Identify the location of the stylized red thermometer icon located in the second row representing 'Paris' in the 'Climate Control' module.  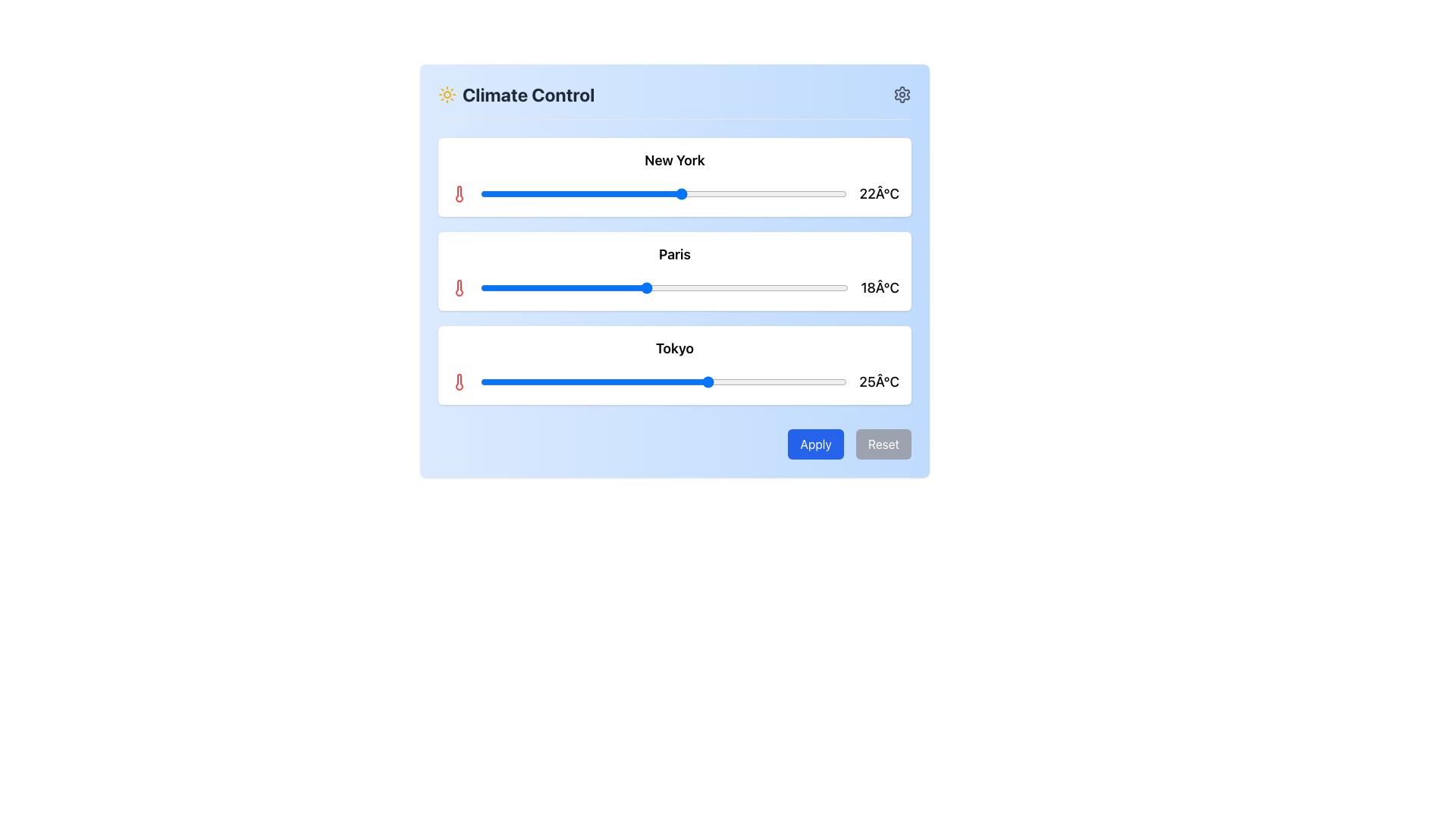
(458, 288).